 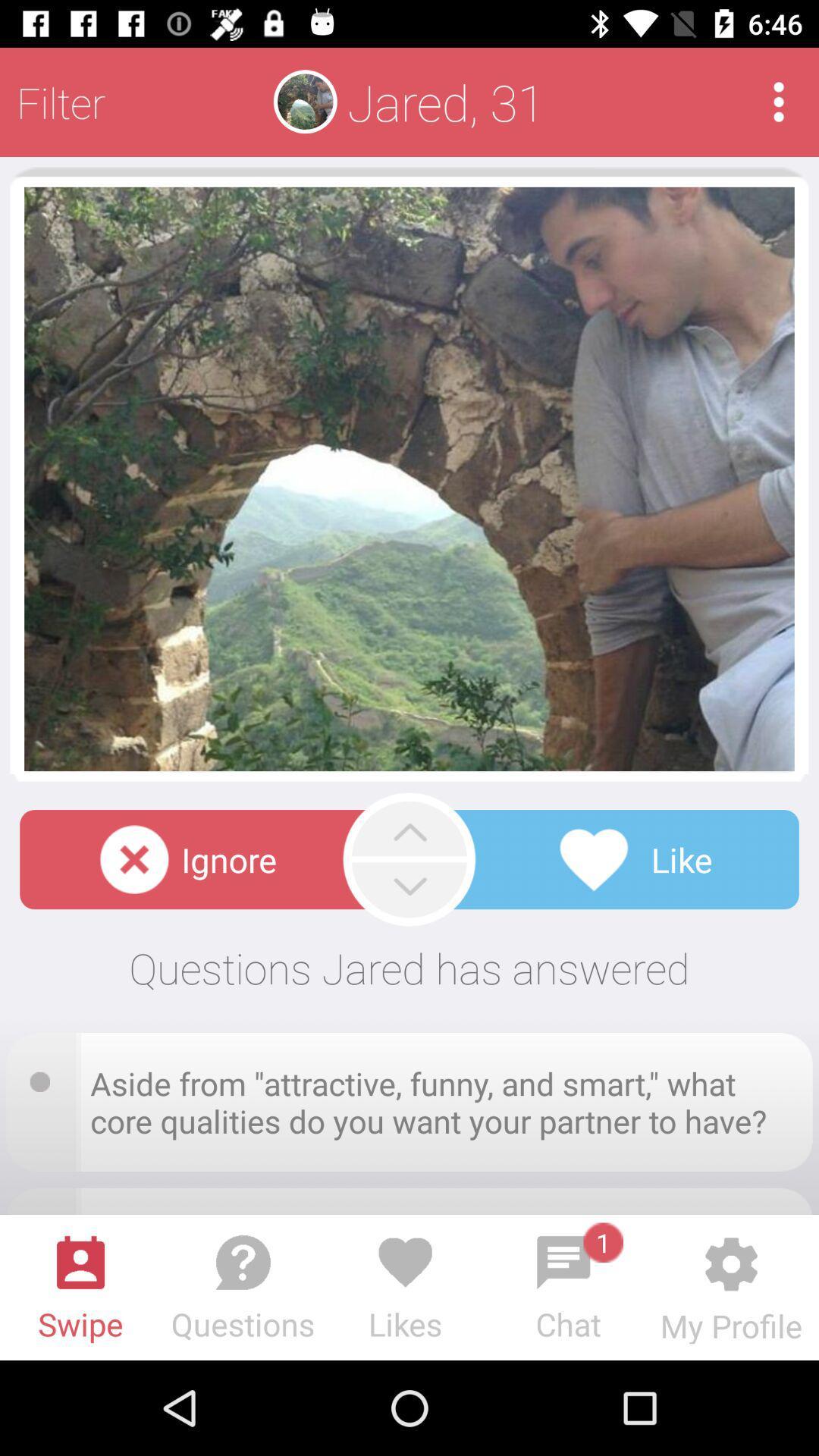 I want to click on tap the more option, so click(x=779, y=101).